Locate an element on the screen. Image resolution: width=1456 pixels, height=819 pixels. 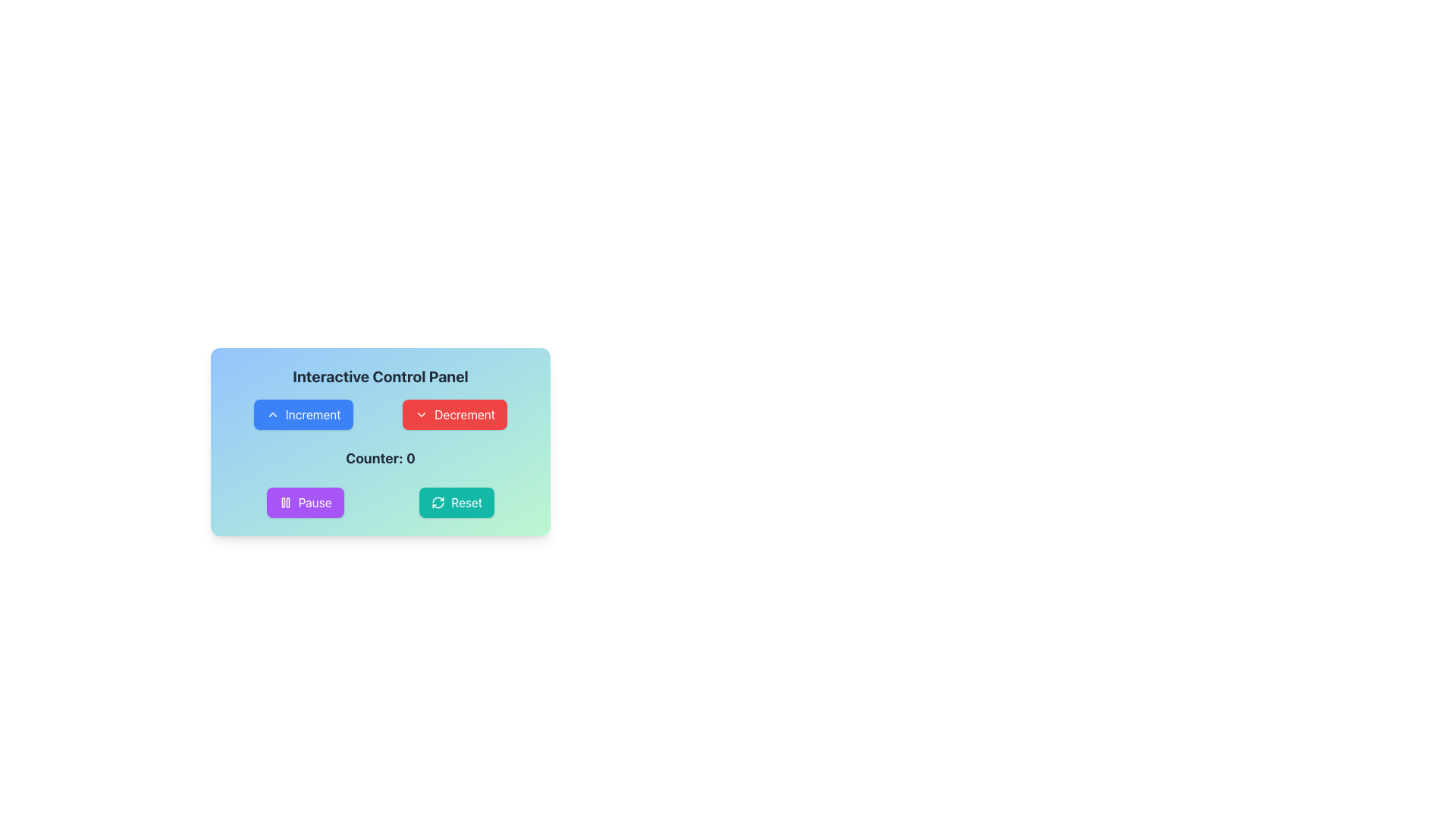
the left vertical bar of the pause icon, which is part of a purple button labeled 'Pause' on the interactive control panel is located at coordinates (283, 503).